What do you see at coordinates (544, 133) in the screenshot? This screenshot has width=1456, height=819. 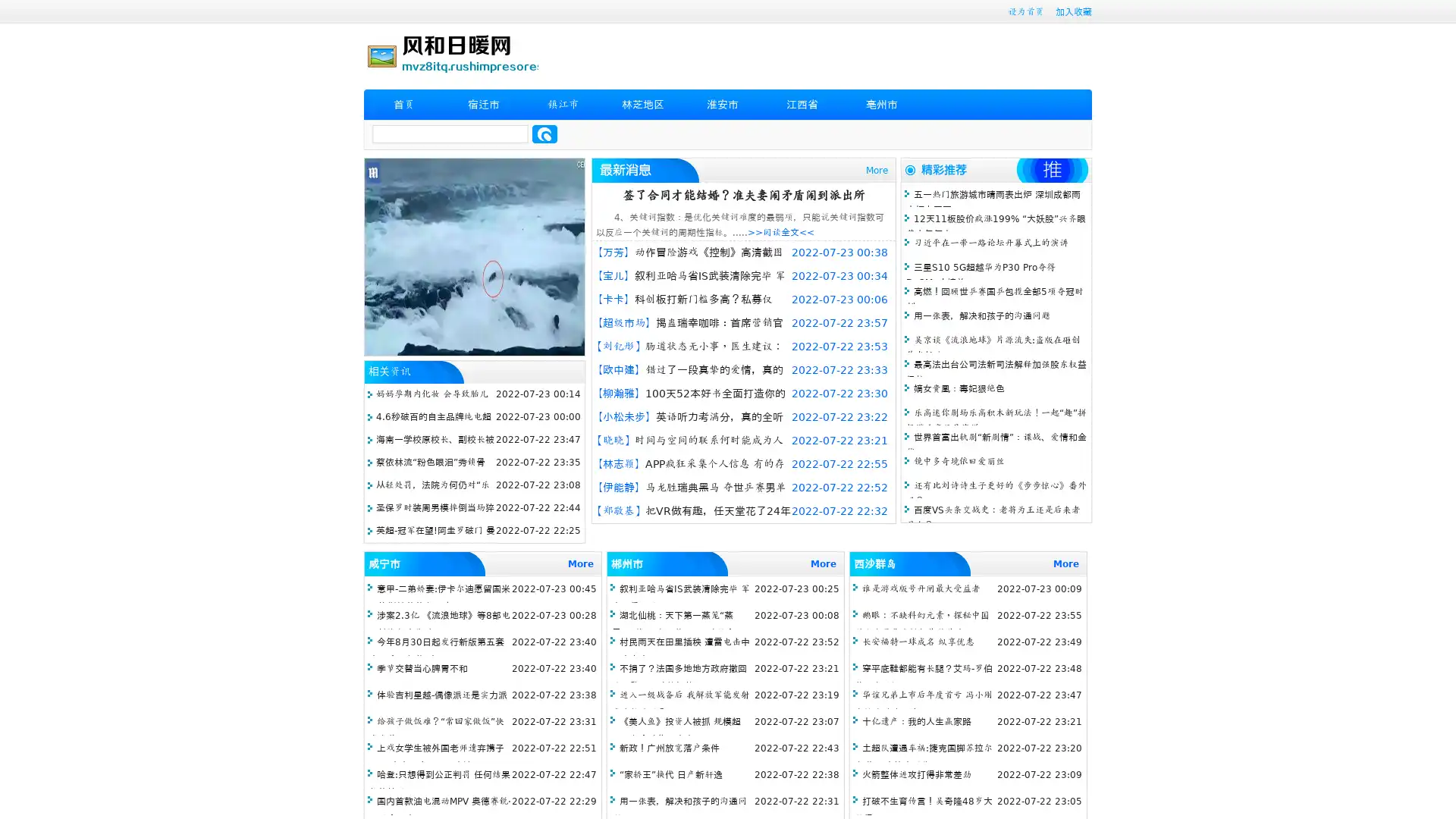 I see `Search` at bounding box center [544, 133].